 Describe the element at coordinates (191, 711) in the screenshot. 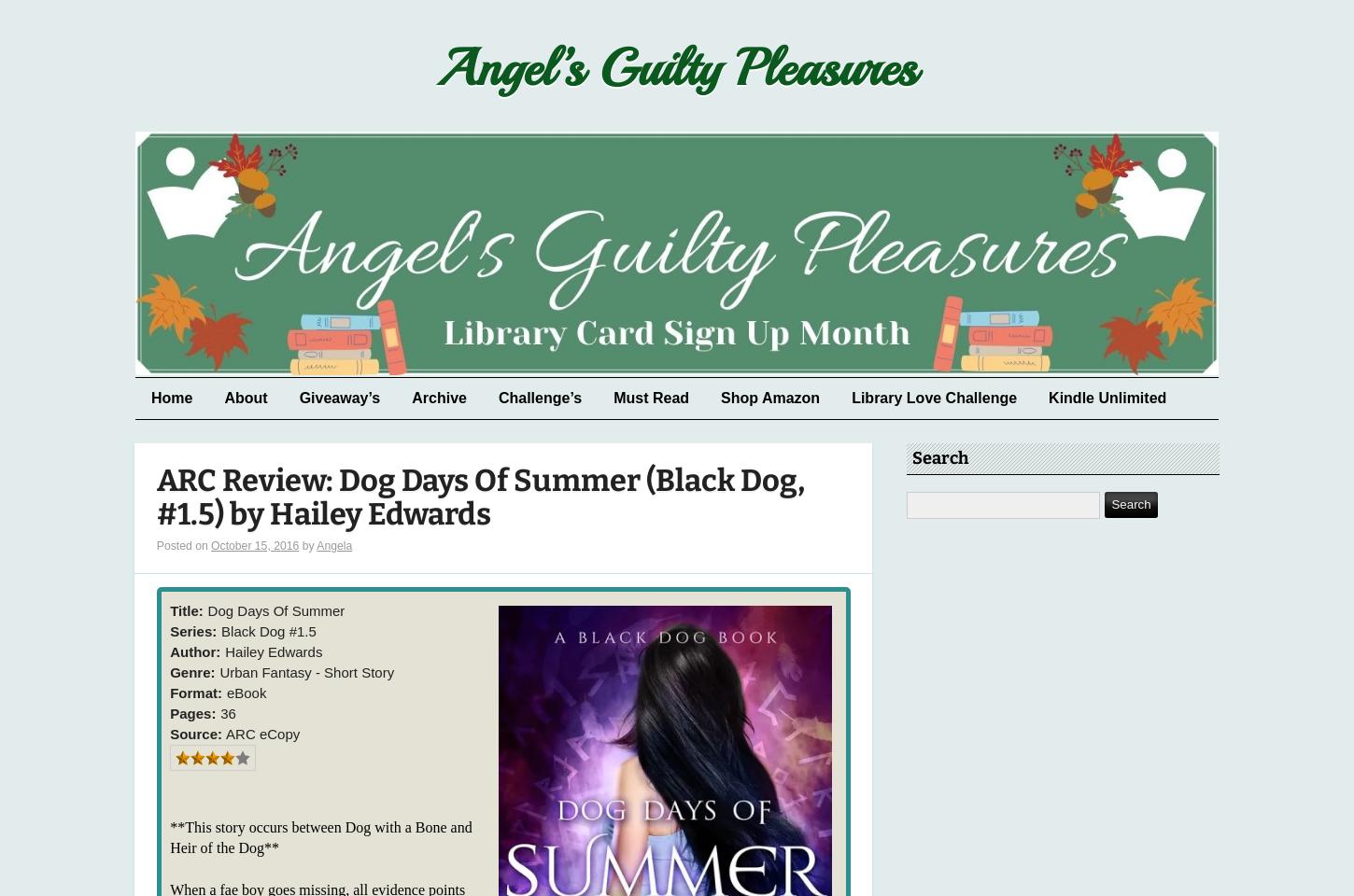

I see `'Pages:'` at that location.